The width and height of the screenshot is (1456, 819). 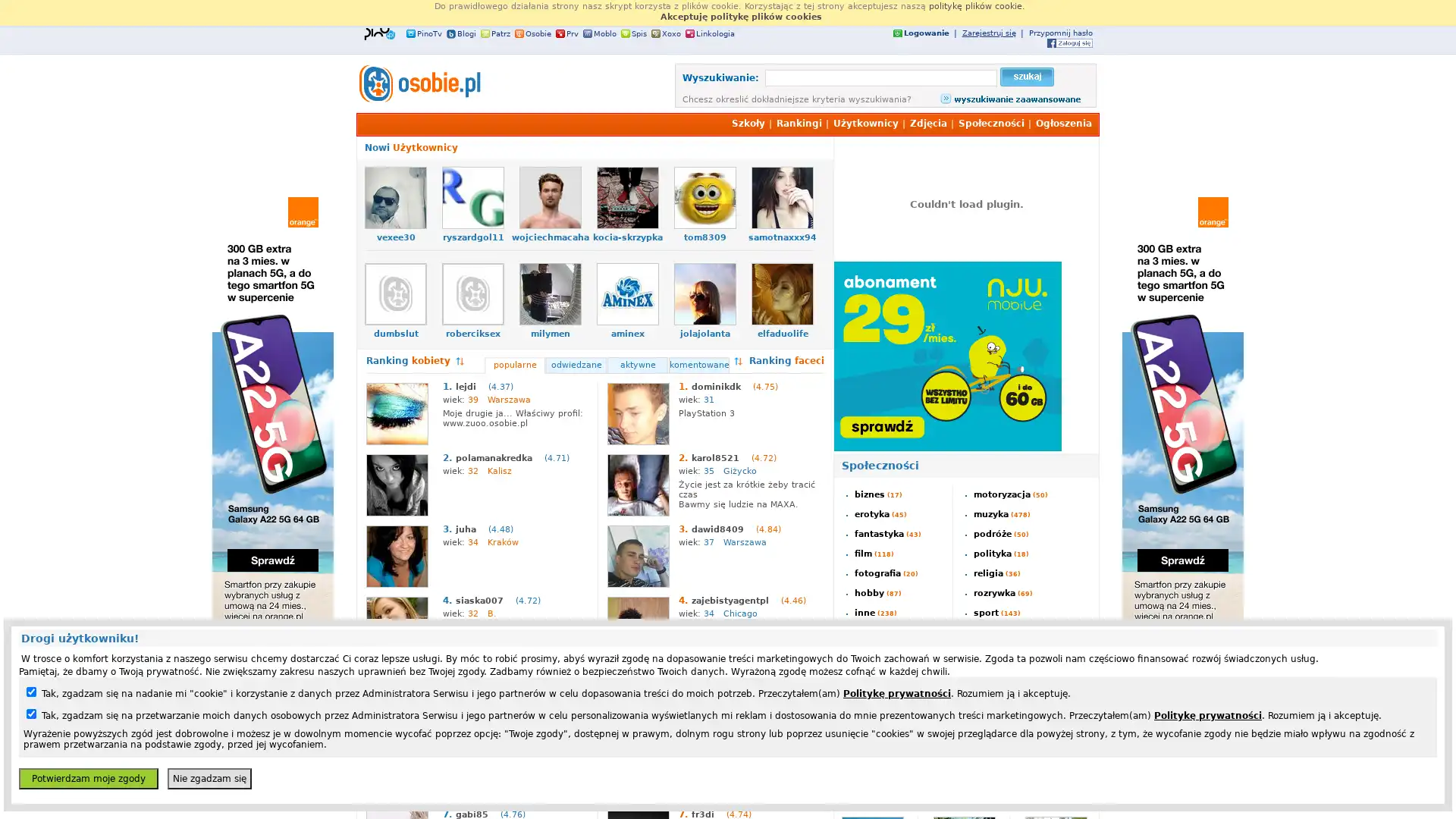 What do you see at coordinates (87, 778) in the screenshot?
I see `Potwierdzam moje zgody` at bounding box center [87, 778].